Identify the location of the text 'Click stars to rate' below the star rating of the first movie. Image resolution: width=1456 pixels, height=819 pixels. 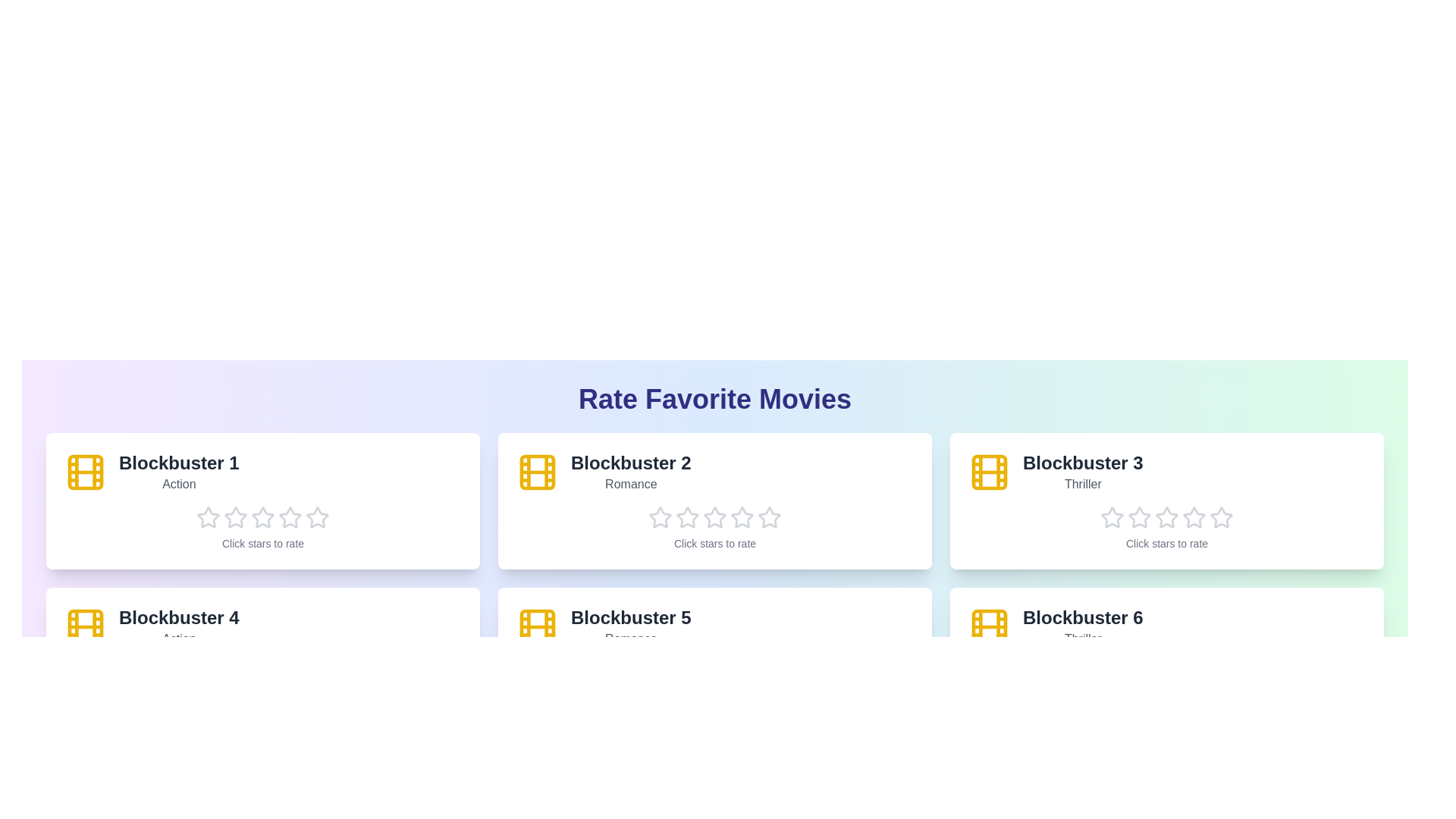
(262, 543).